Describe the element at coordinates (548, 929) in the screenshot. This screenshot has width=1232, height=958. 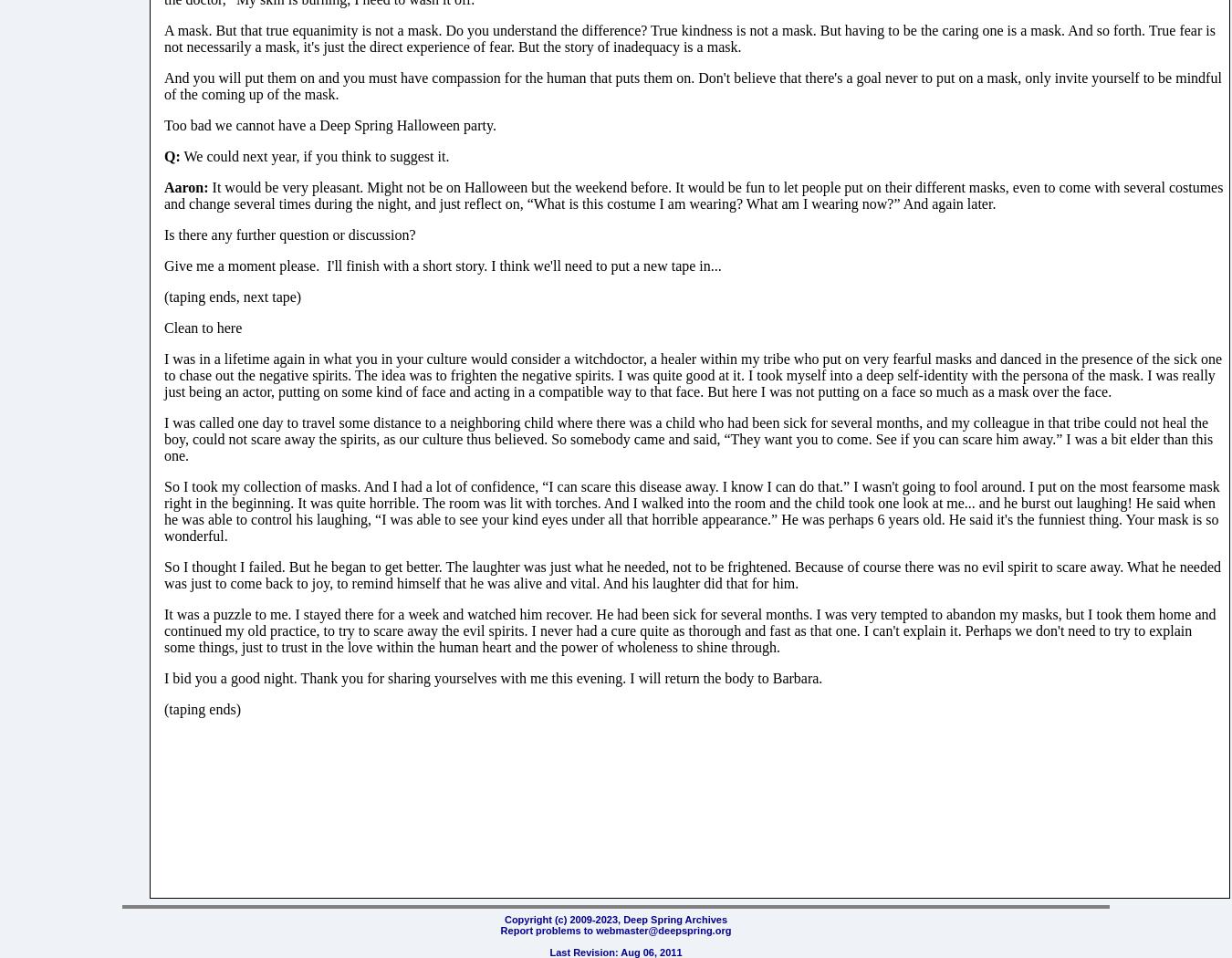
I see `'Report problems to'` at that location.